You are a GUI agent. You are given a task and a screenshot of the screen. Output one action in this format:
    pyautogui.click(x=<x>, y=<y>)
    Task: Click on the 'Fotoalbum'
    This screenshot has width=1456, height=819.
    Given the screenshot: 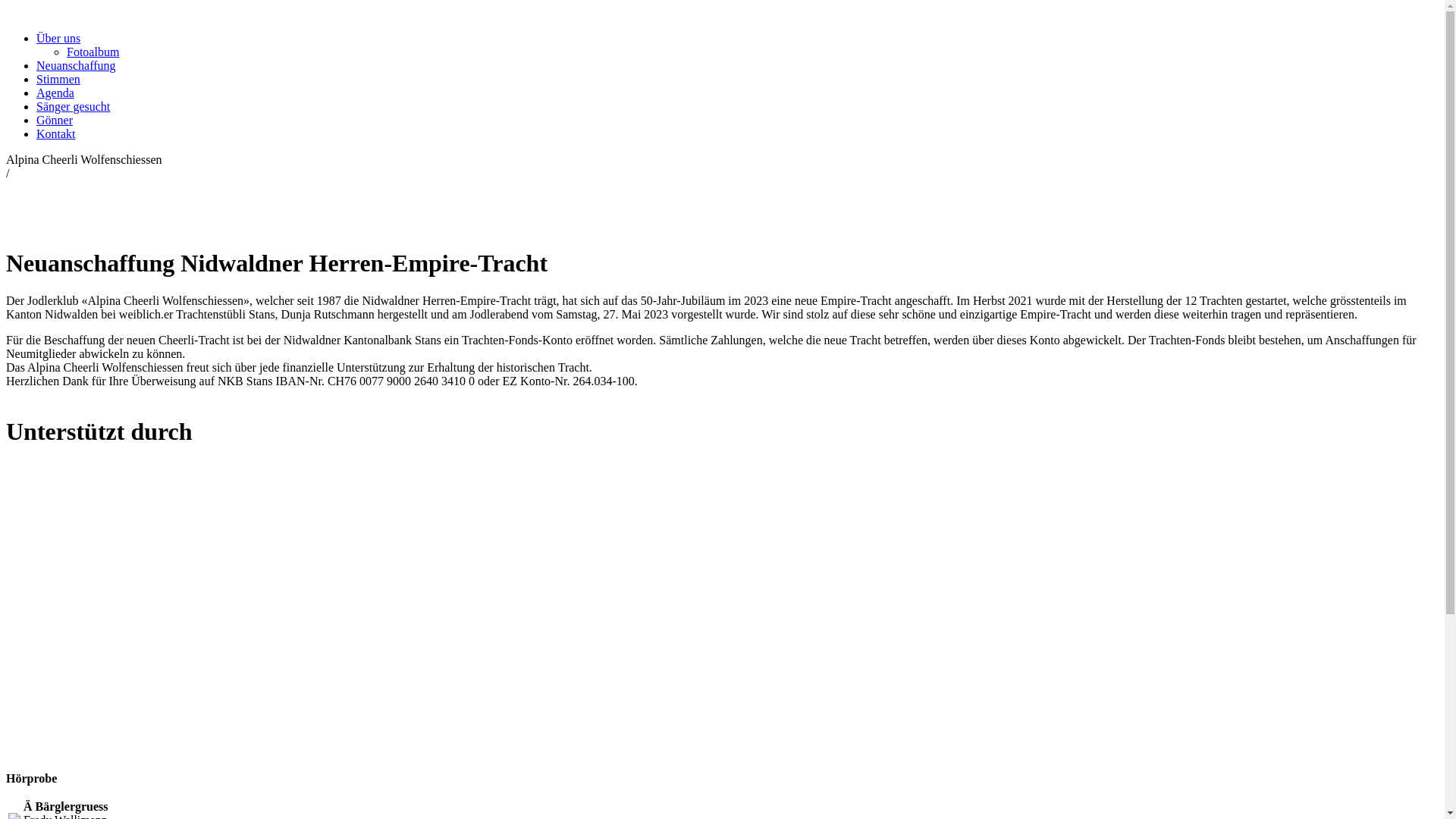 What is the action you would take?
    pyautogui.click(x=65, y=51)
    